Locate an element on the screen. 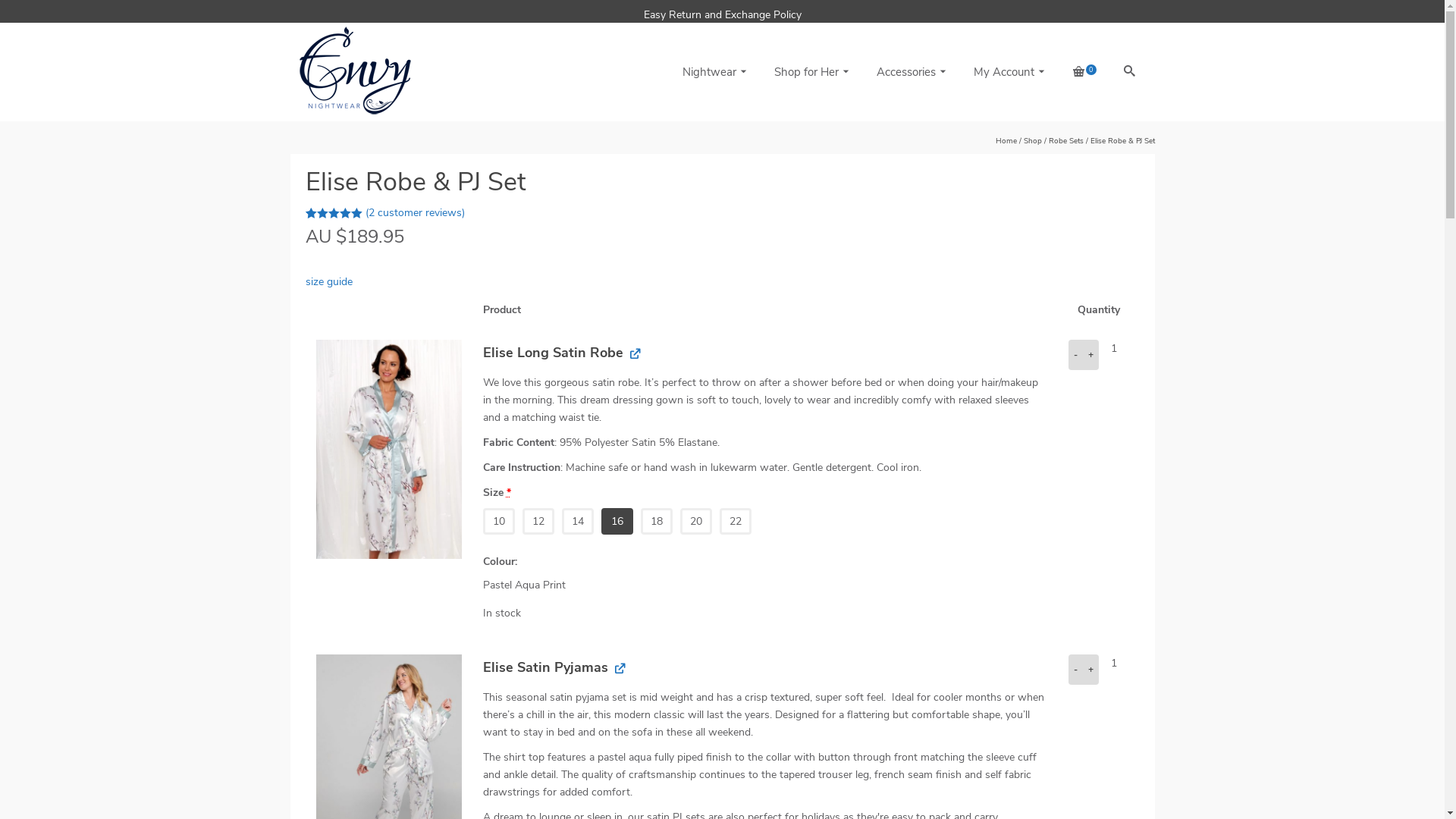 The image size is (1456, 819). 'Shop for Her' is located at coordinates (809, 72).